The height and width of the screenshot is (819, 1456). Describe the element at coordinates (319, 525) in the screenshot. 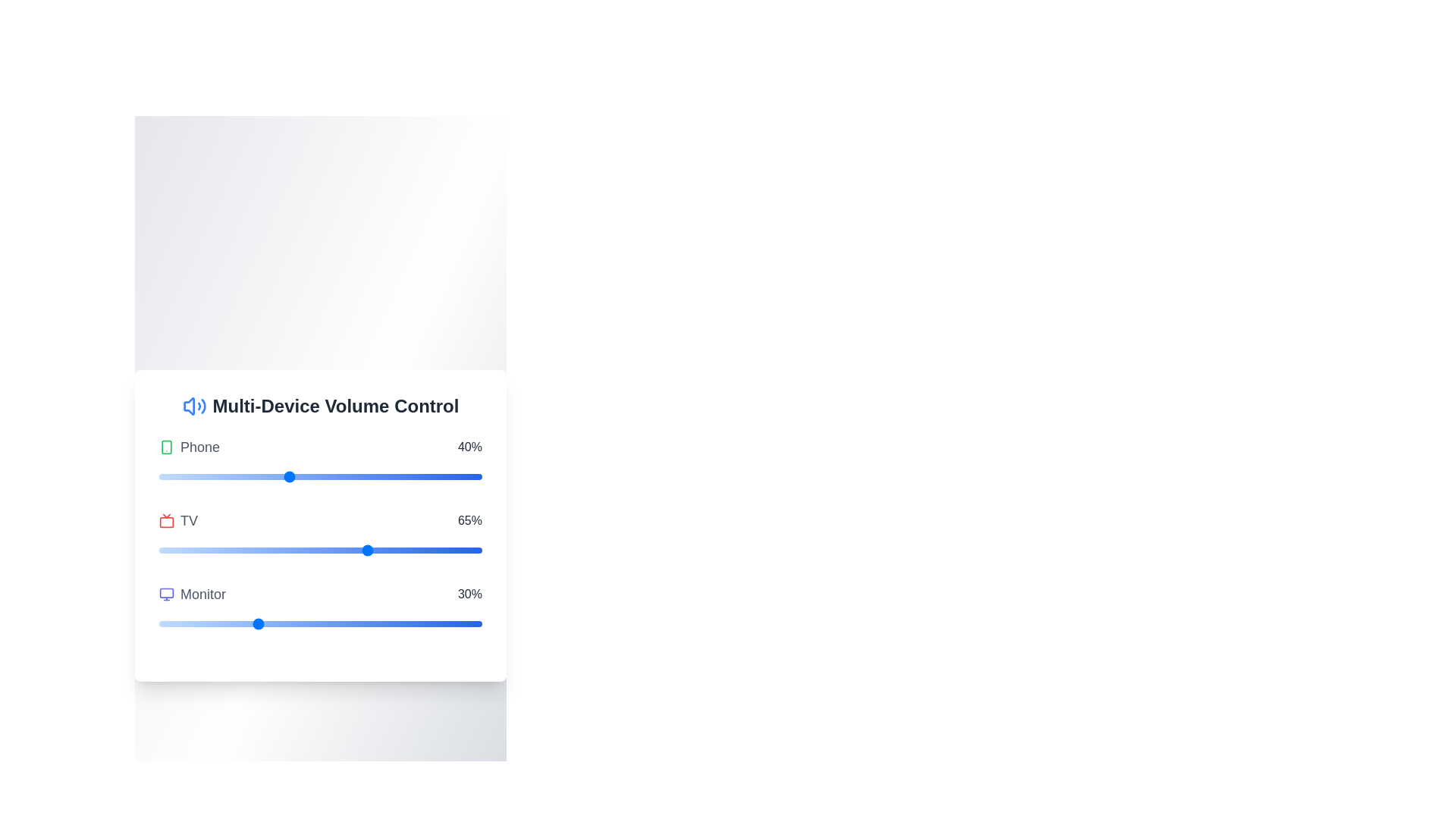

I see `the sliders or texts in the 'Multi-Device Volume Control' card, which contains controls for 'Phone', 'TV', and 'Monitor'` at that location.